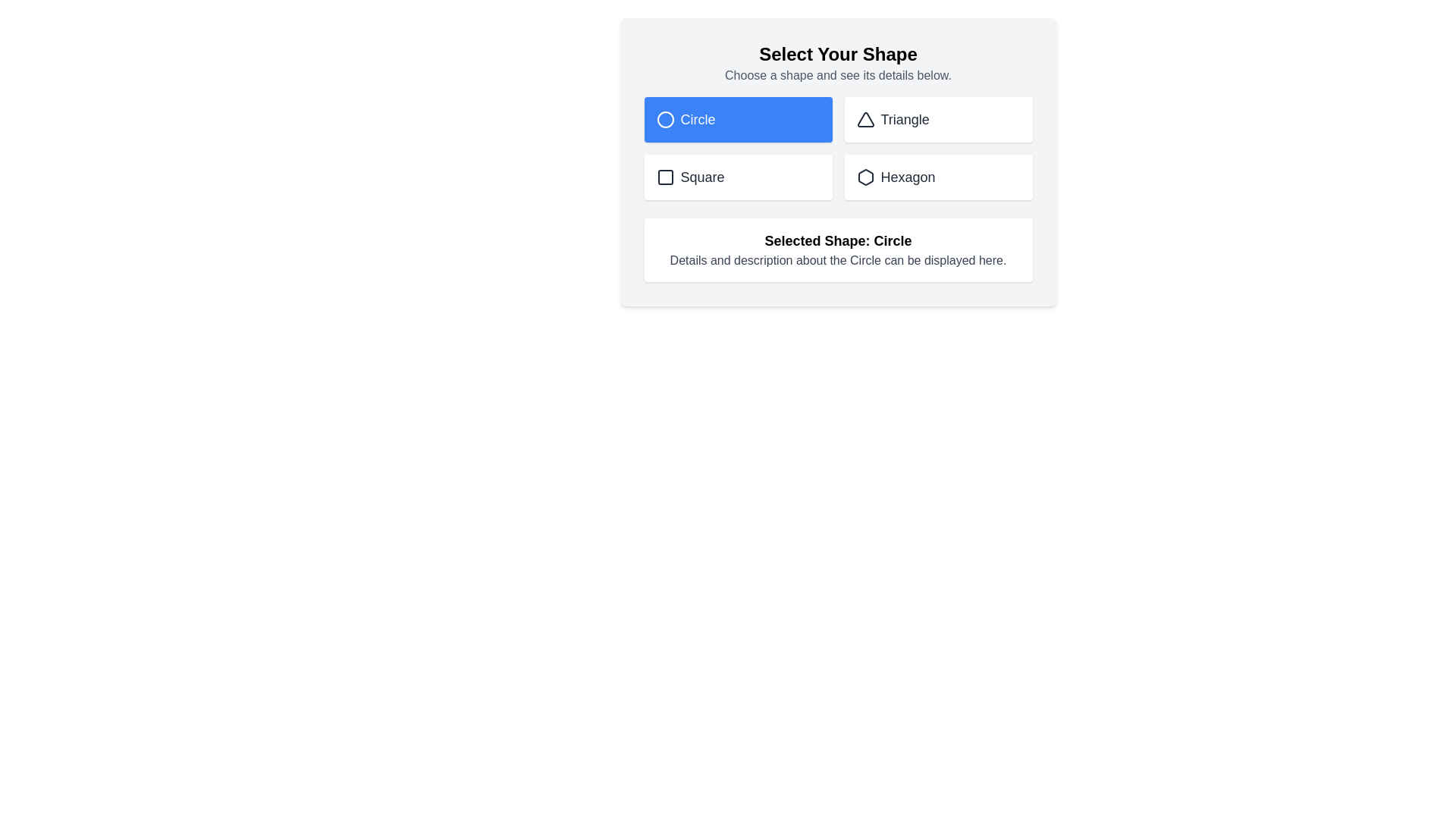 Image resolution: width=1456 pixels, height=819 pixels. What do you see at coordinates (905, 119) in the screenshot?
I see `the text label displaying 'Triangle' in bold font, which is positioned within a rectangular button at the top section of the interface, slightly to the right of a triangle icon` at bounding box center [905, 119].